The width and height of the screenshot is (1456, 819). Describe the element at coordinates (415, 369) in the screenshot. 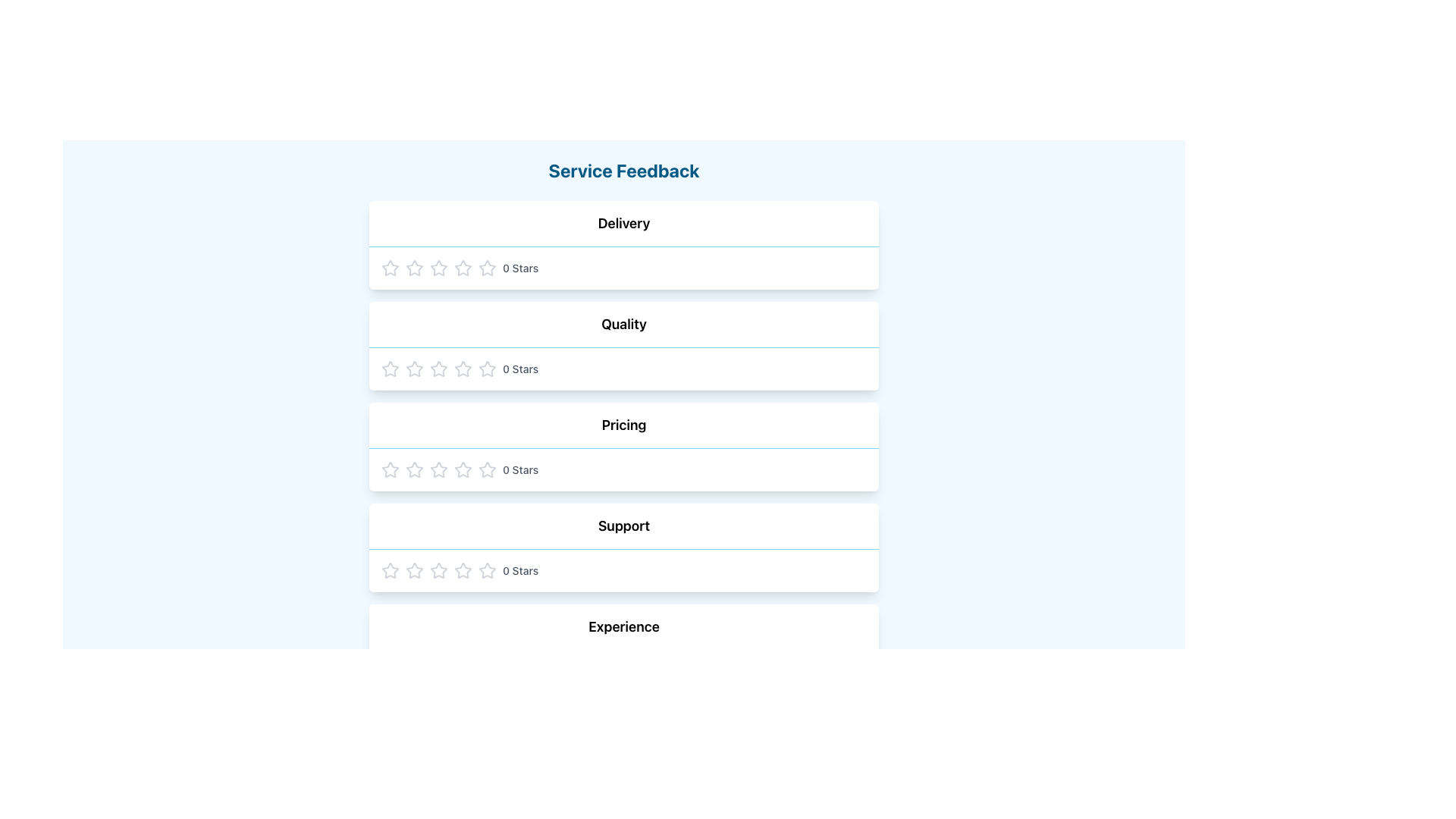

I see `the third star icon in the Quality feedback section` at that location.